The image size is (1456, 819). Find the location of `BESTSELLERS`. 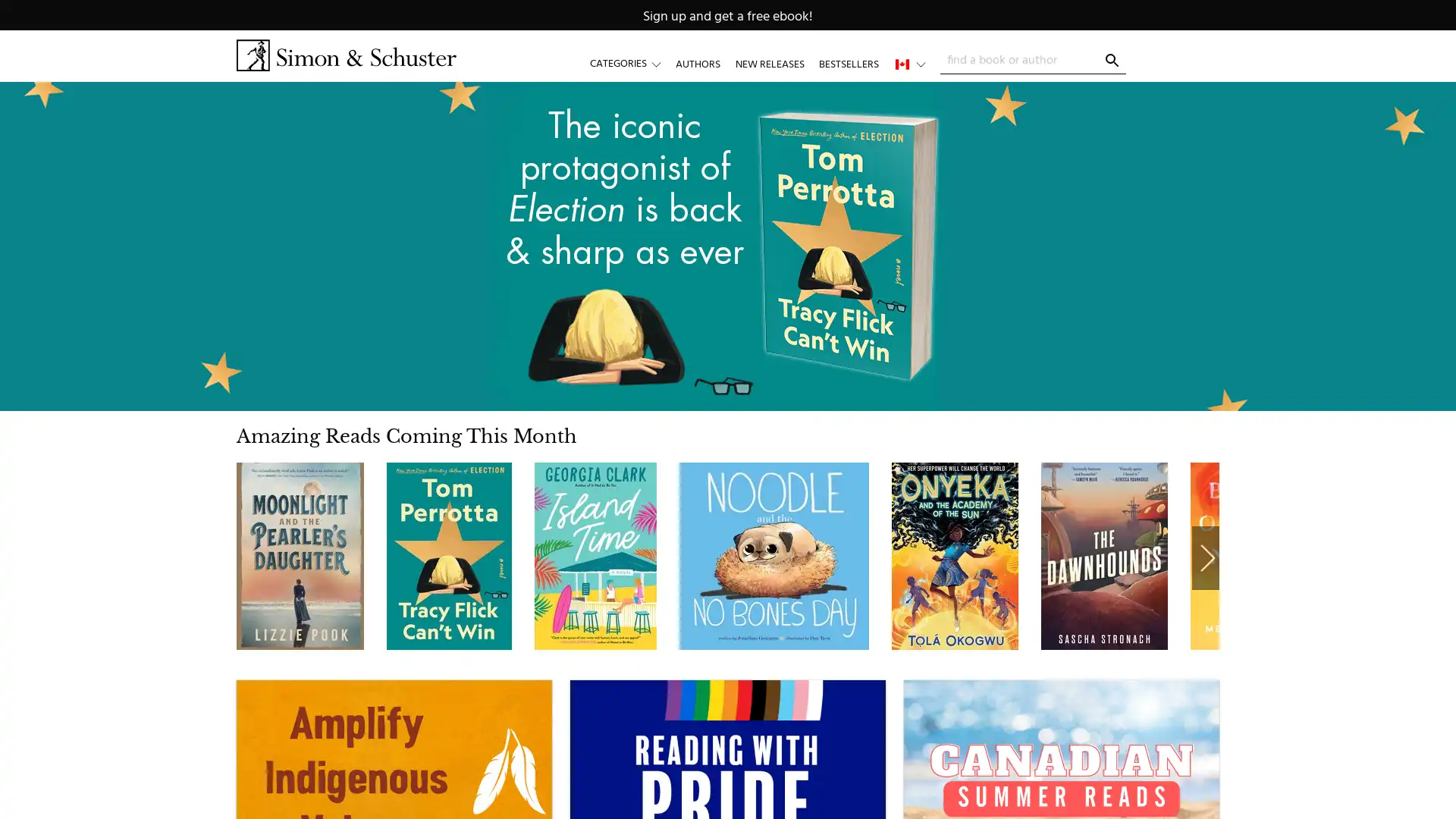

BESTSELLERS is located at coordinates (847, 63).